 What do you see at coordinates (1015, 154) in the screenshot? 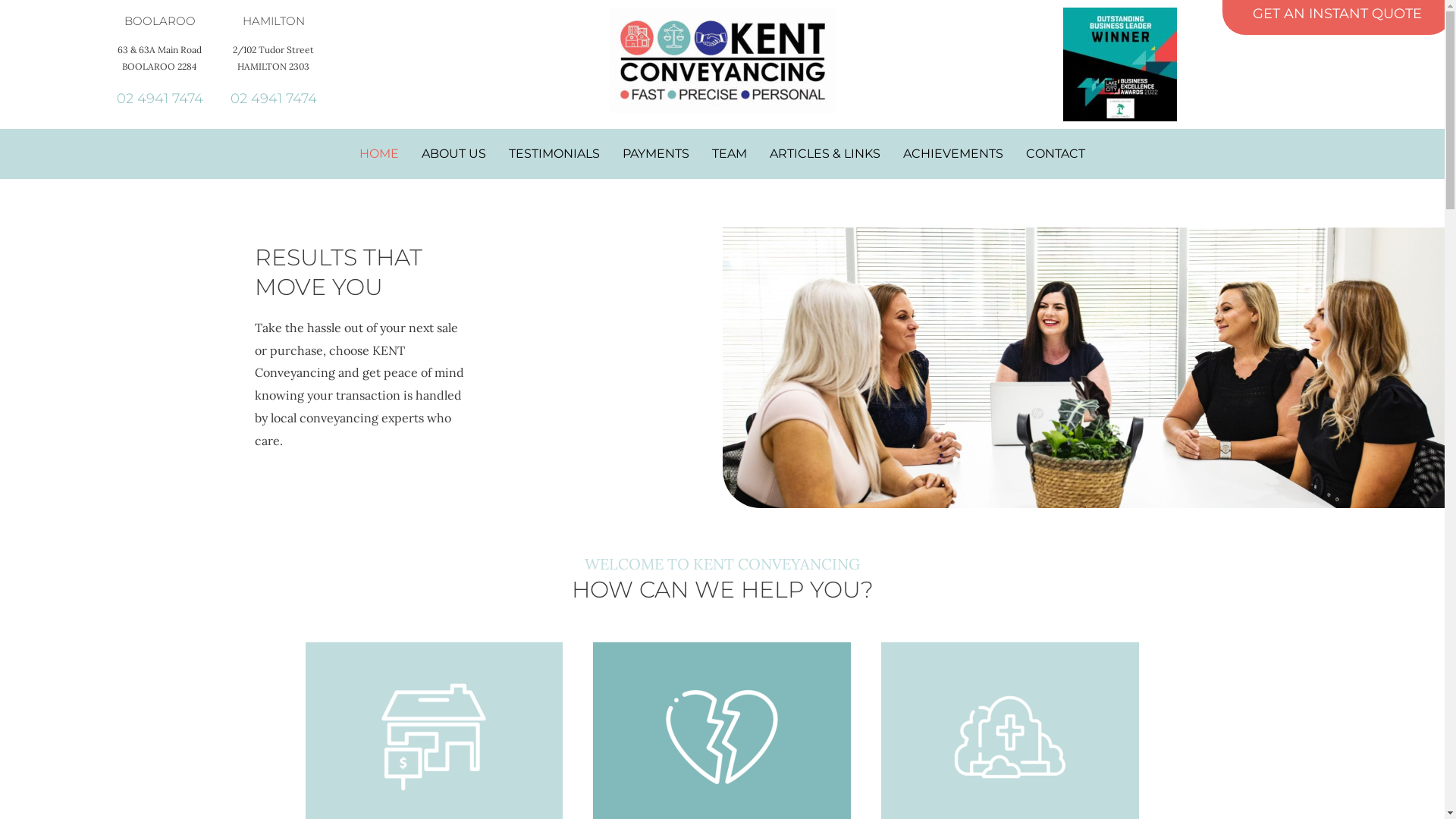
I see `'CONTACT'` at bounding box center [1015, 154].